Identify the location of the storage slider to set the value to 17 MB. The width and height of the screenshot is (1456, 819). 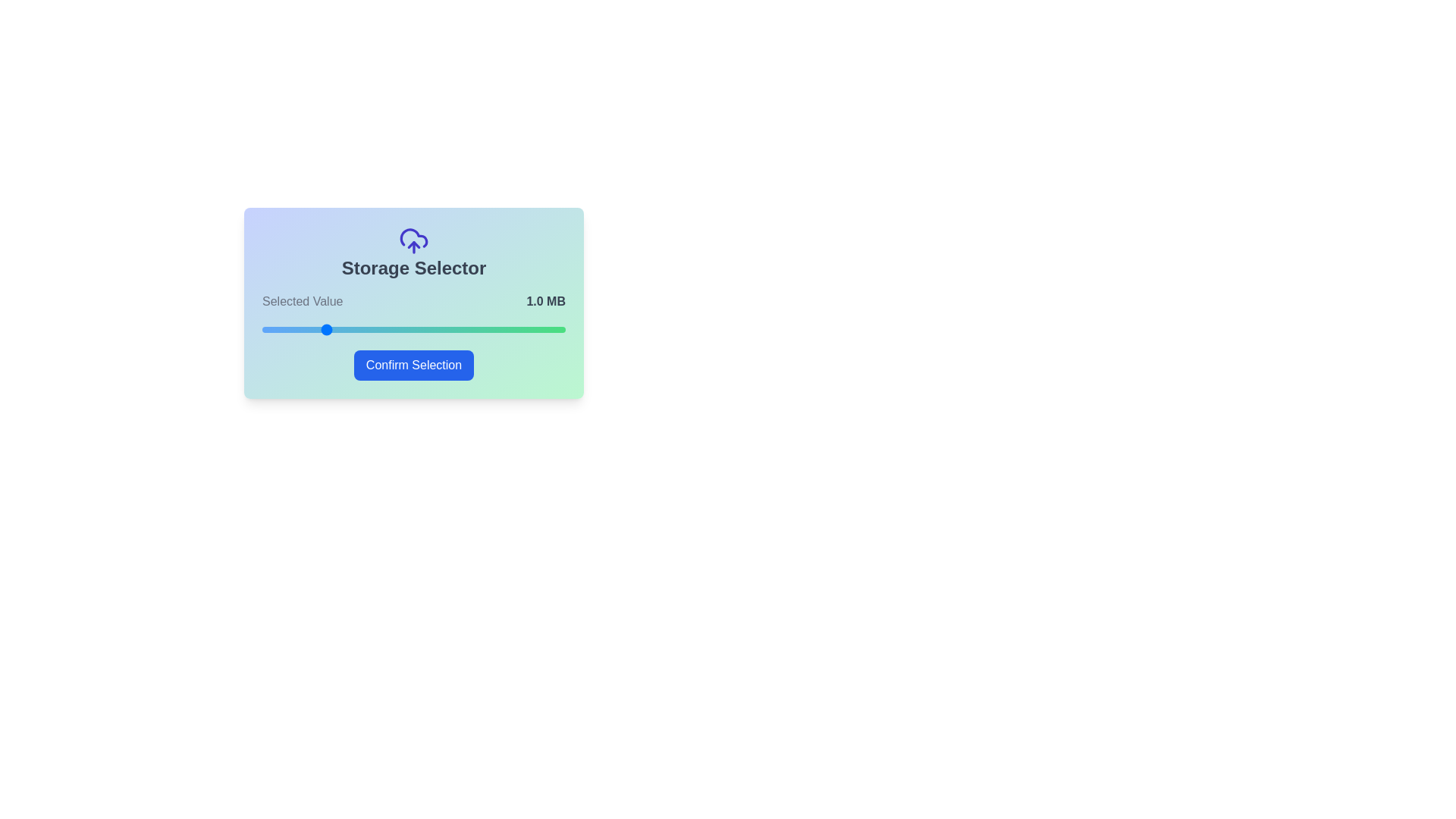
(407, 329).